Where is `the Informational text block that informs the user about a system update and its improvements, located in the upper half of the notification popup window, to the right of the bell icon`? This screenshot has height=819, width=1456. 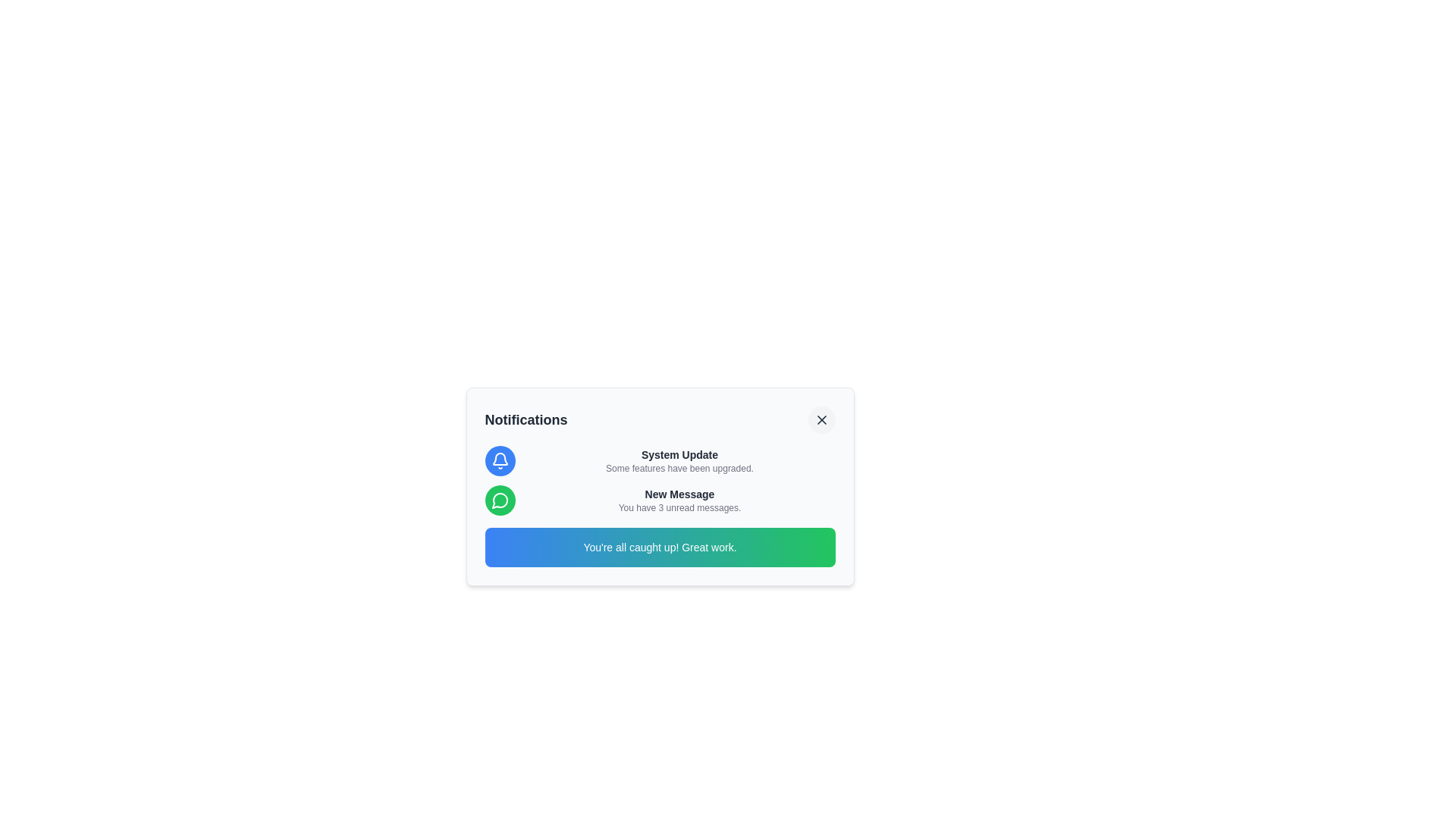
the Informational text block that informs the user about a system update and its improvements, located in the upper half of the notification popup window, to the right of the bell icon is located at coordinates (679, 460).